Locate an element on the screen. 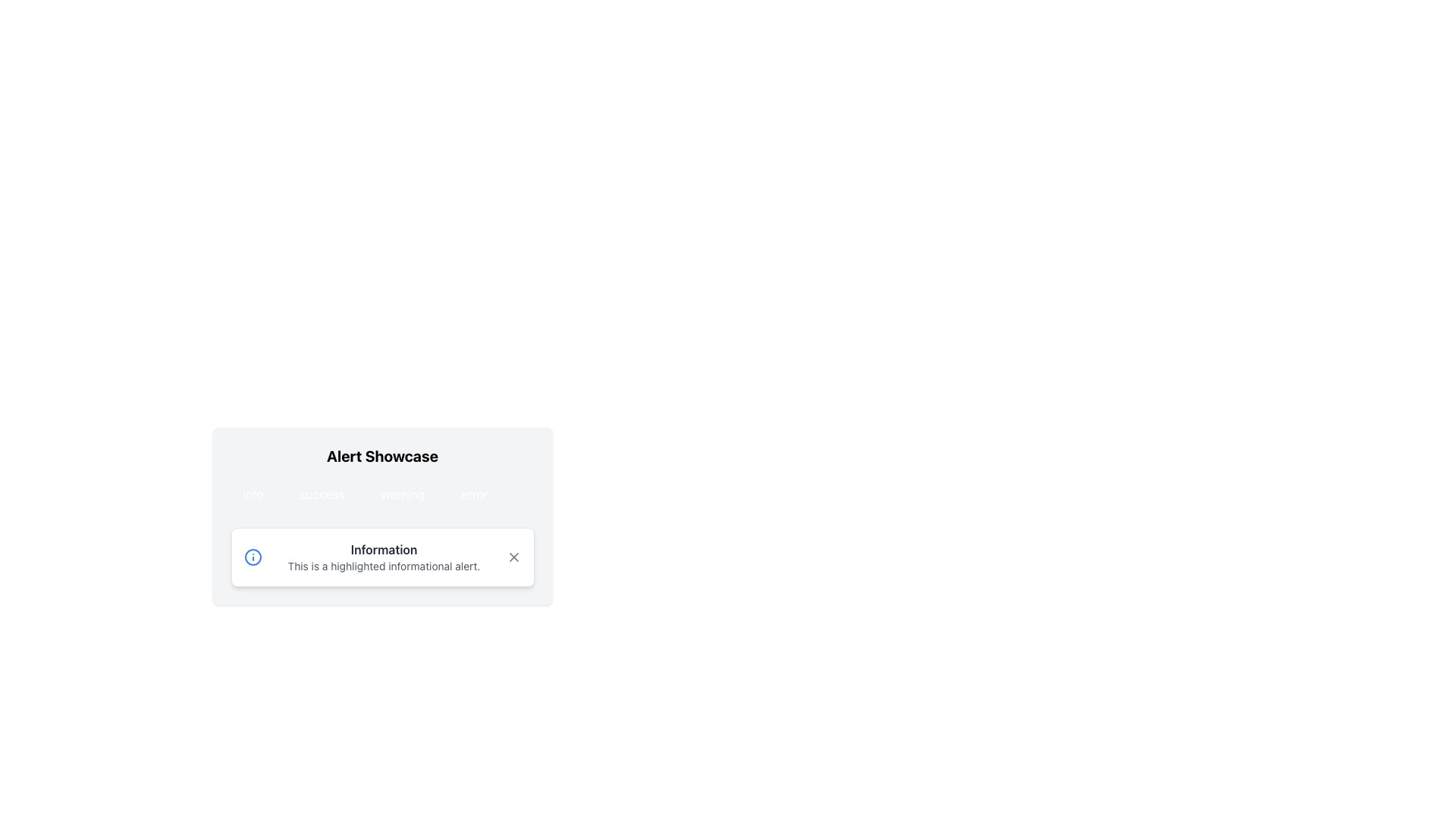 The image size is (1456, 819). the 'info' button located at the top left of the horizontal row of buttons is located at coordinates (253, 494).